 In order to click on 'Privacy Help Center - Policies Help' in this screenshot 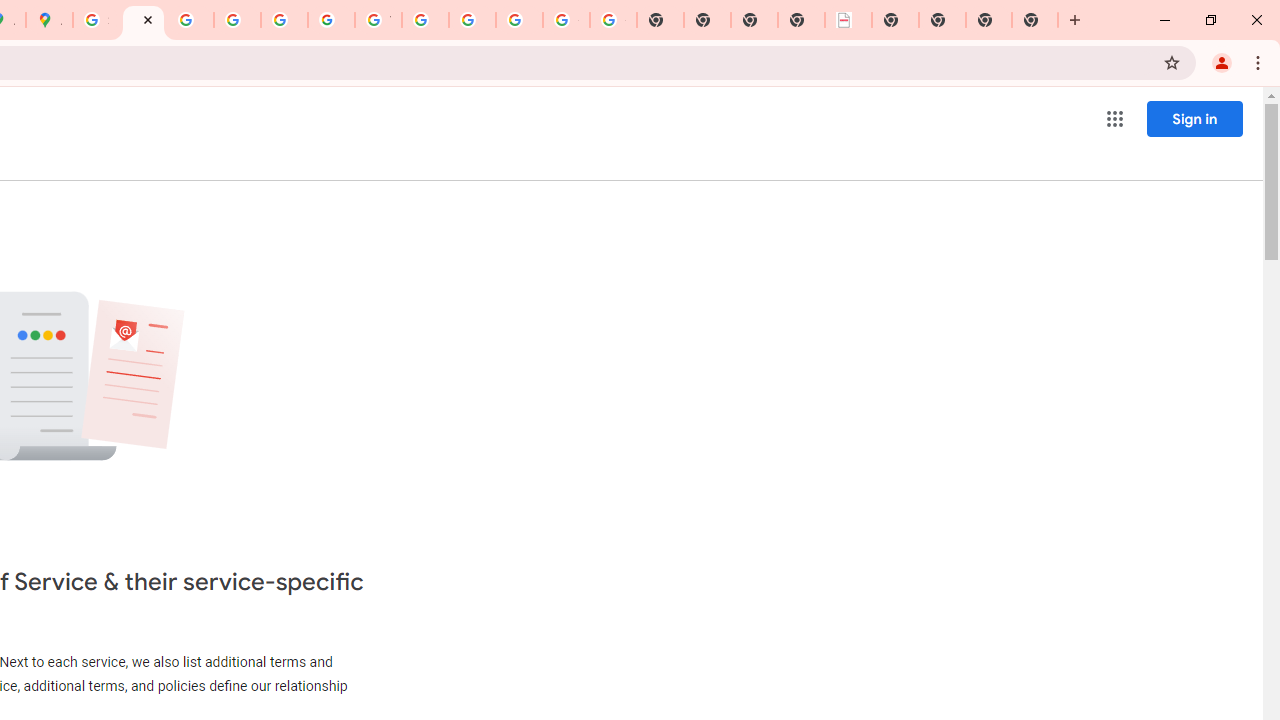, I will do `click(190, 20)`.